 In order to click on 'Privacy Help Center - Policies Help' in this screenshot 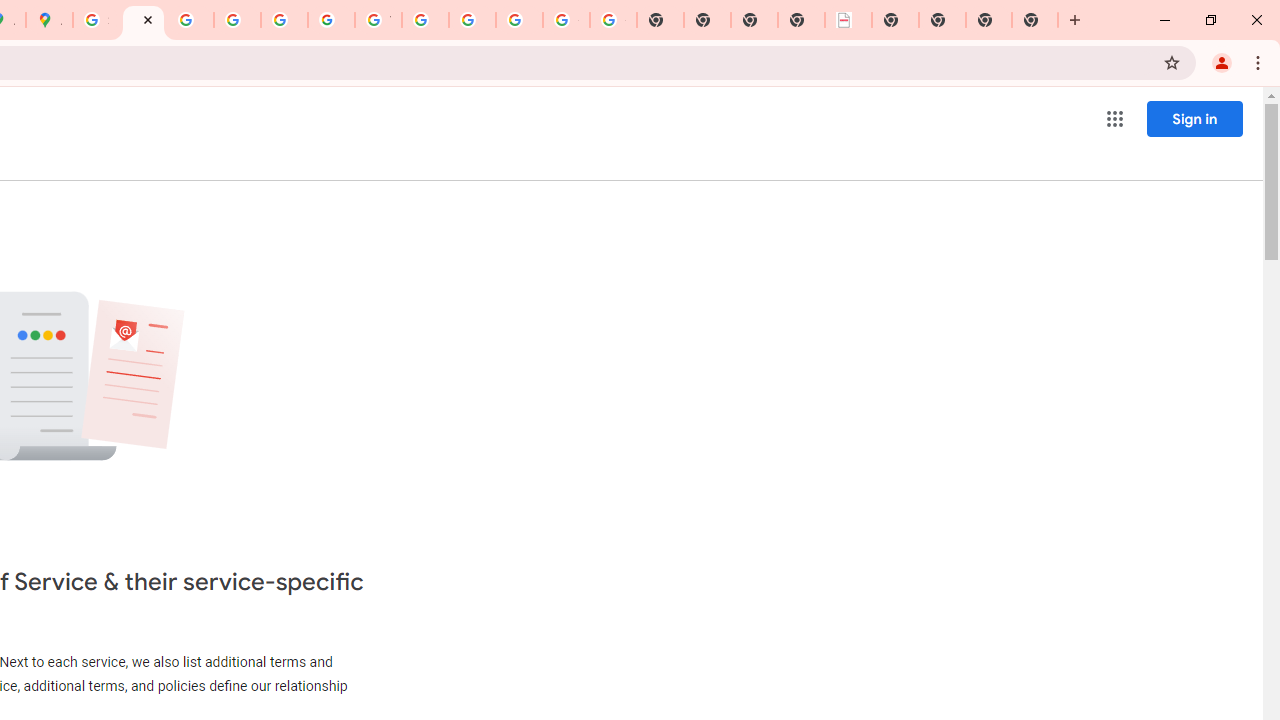, I will do `click(190, 20)`.